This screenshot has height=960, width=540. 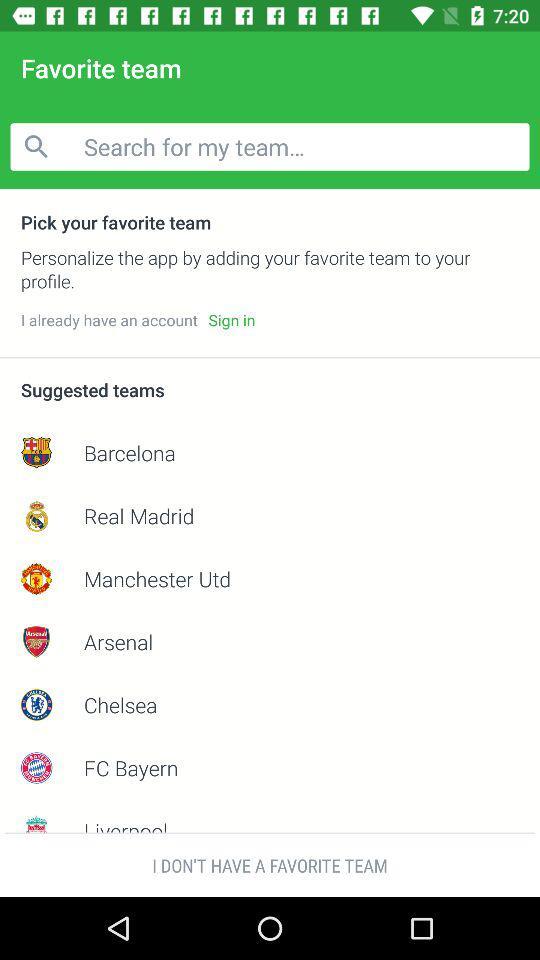 I want to click on the sign in, so click(x=230, y=320).